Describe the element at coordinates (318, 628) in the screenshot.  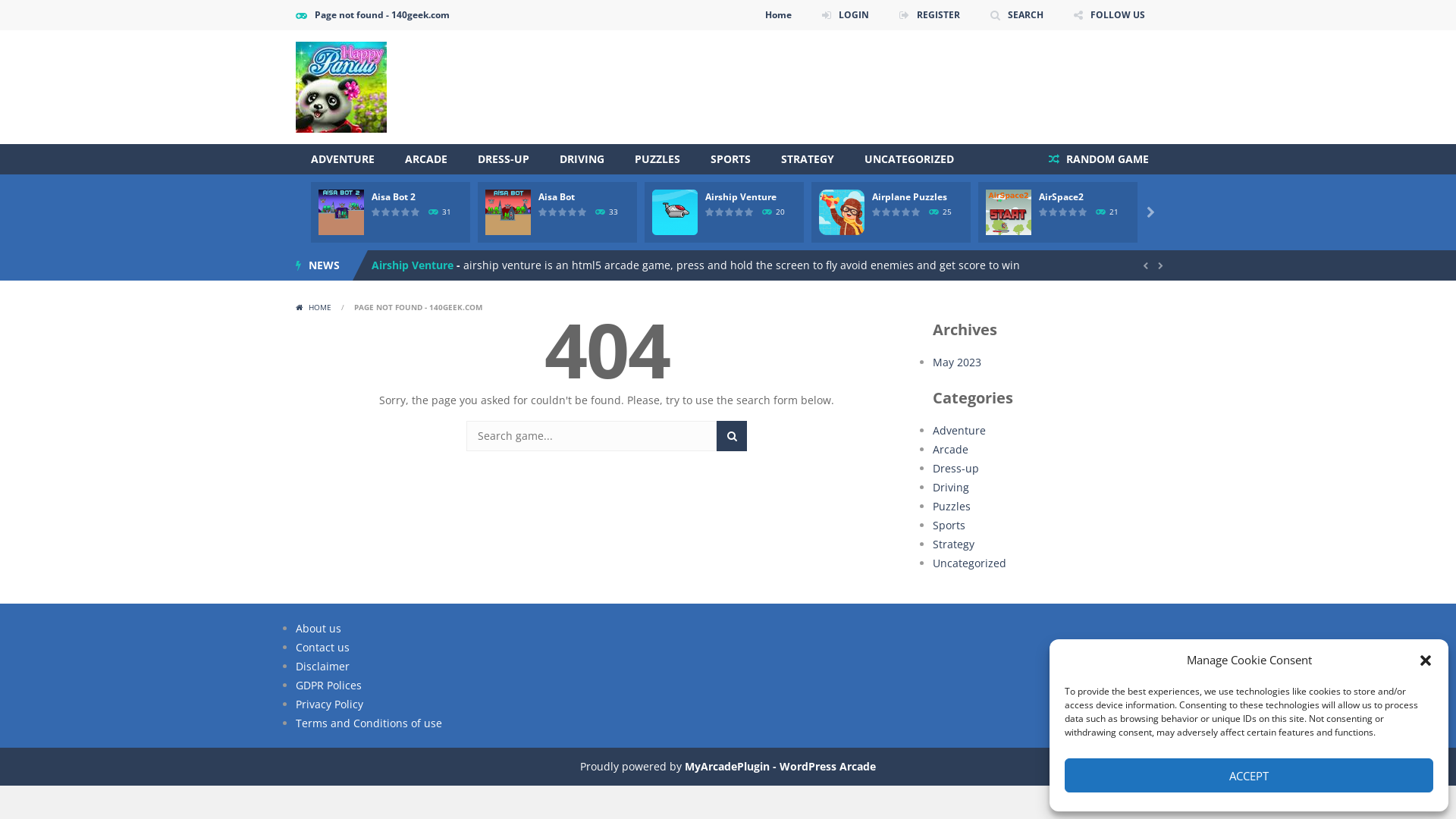
I see `'About us'` at that location.